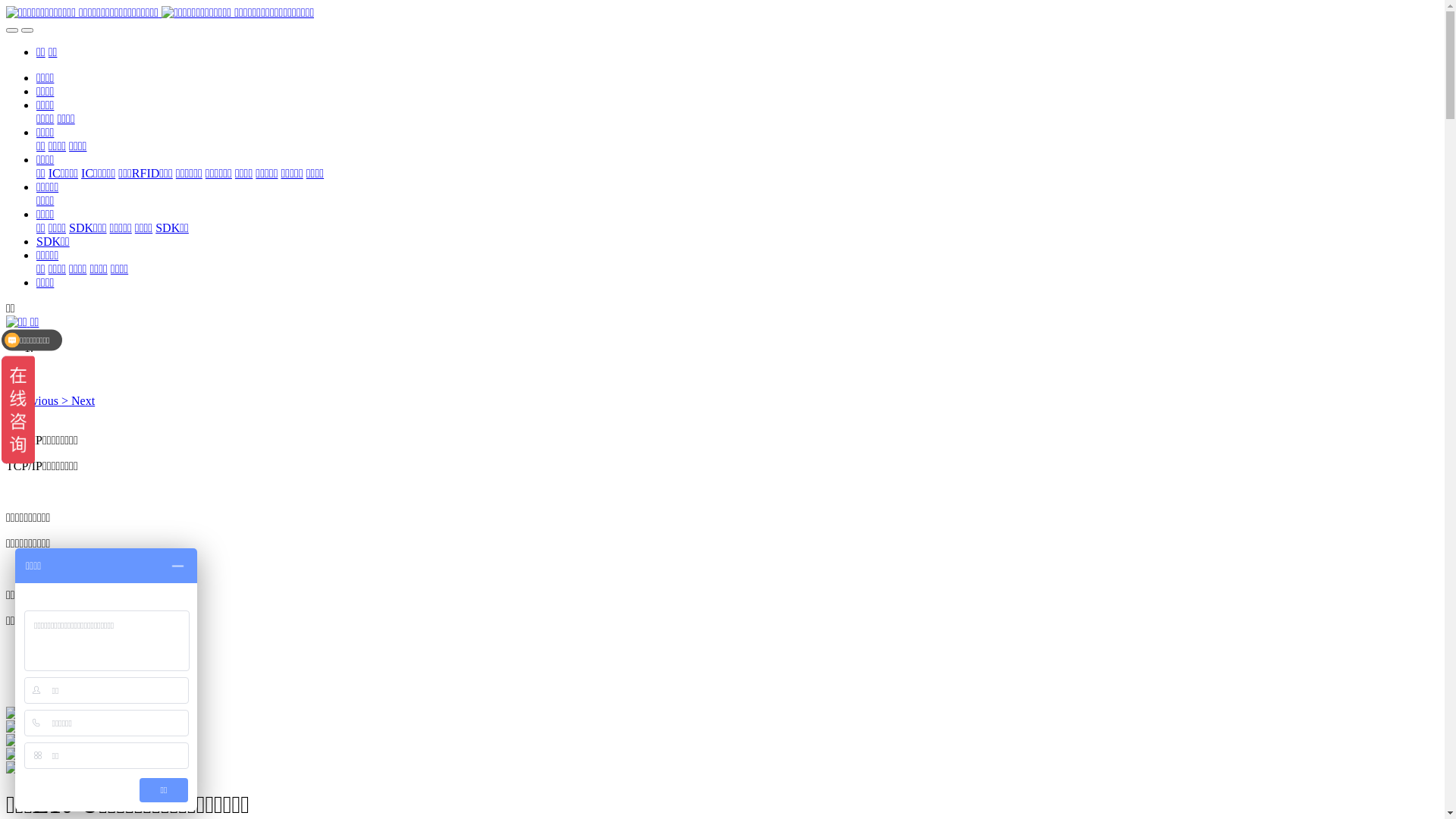 The width and height of the screenshot is (1456, 819). Describe the element at coordinates (33, 400) in the screenshot. I see `'< Previous'` at that location.